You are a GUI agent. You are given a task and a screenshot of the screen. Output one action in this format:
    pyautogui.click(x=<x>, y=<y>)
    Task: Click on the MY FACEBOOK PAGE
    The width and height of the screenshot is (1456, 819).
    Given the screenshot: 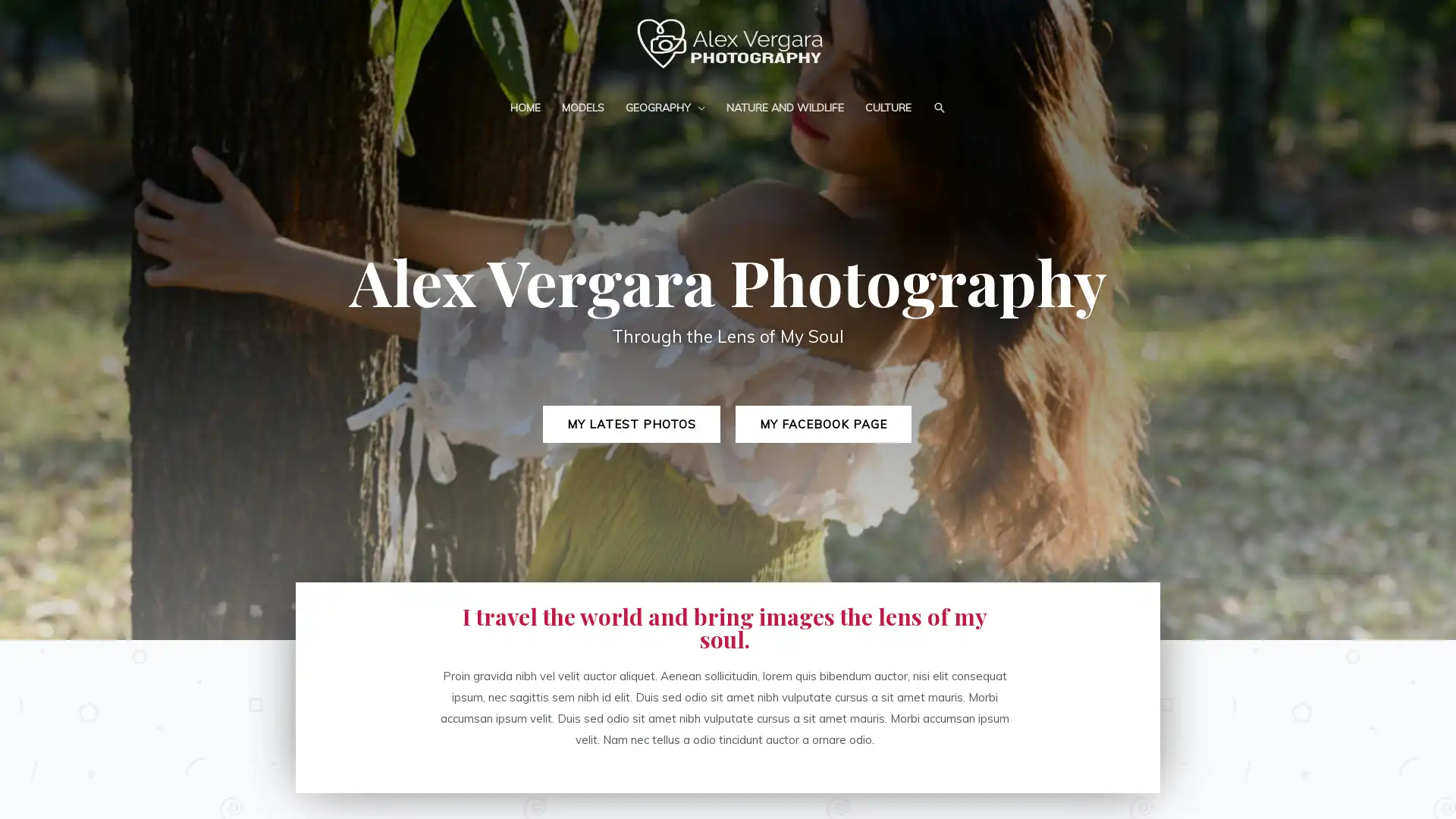 What is the action you would take?
    pyautogui.click(x=822, y=424)
    